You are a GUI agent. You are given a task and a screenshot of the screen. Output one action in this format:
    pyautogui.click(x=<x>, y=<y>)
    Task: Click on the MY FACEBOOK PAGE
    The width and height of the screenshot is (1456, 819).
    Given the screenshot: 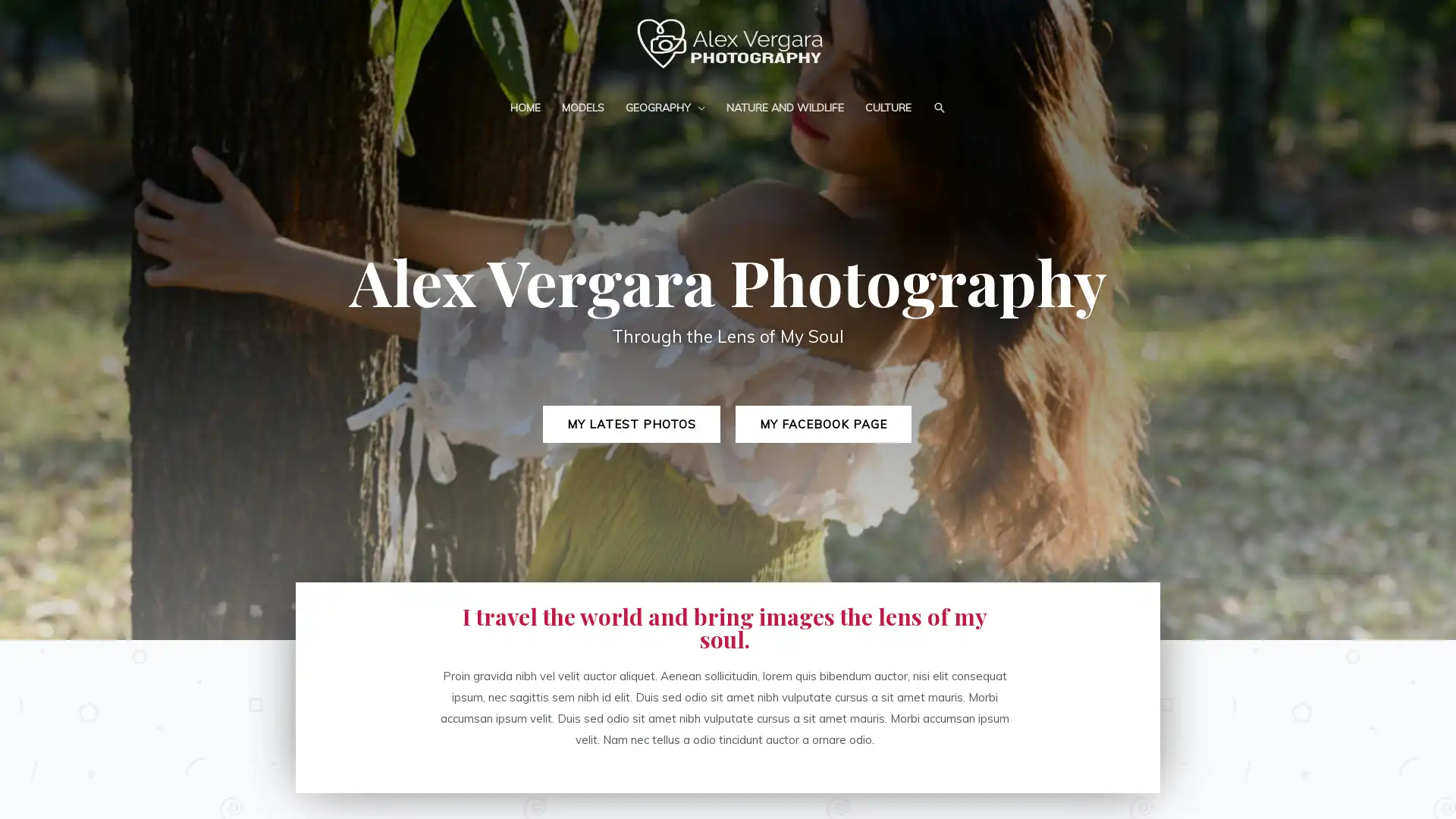 What is the action you would take?
    pyautogui.click(x=822, y=424)
    